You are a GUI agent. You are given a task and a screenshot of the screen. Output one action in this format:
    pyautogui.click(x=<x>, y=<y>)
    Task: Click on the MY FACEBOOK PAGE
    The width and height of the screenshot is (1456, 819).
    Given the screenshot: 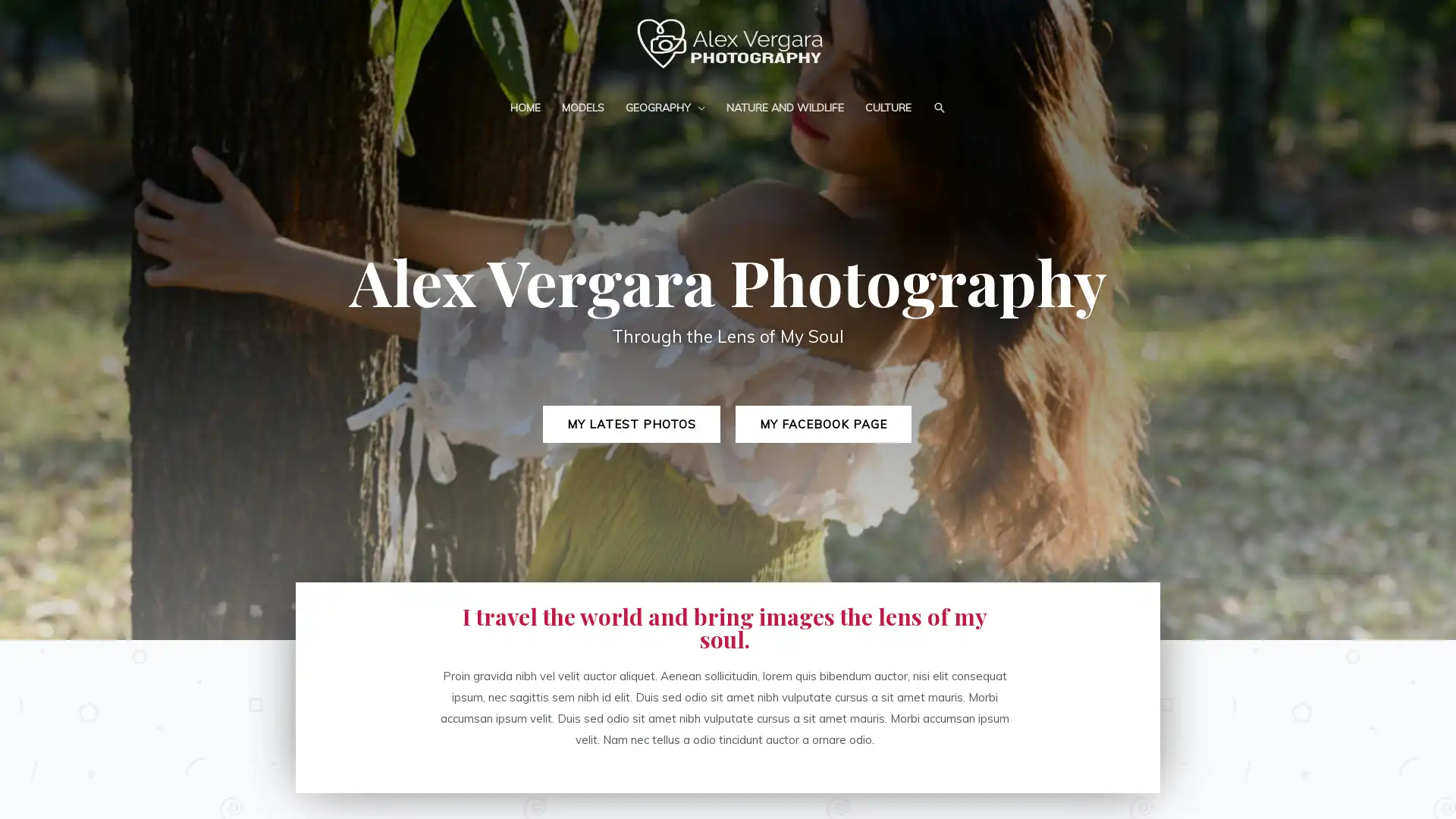 What is the action you would take?
    pyautogui.click(x=822, y=424)
    